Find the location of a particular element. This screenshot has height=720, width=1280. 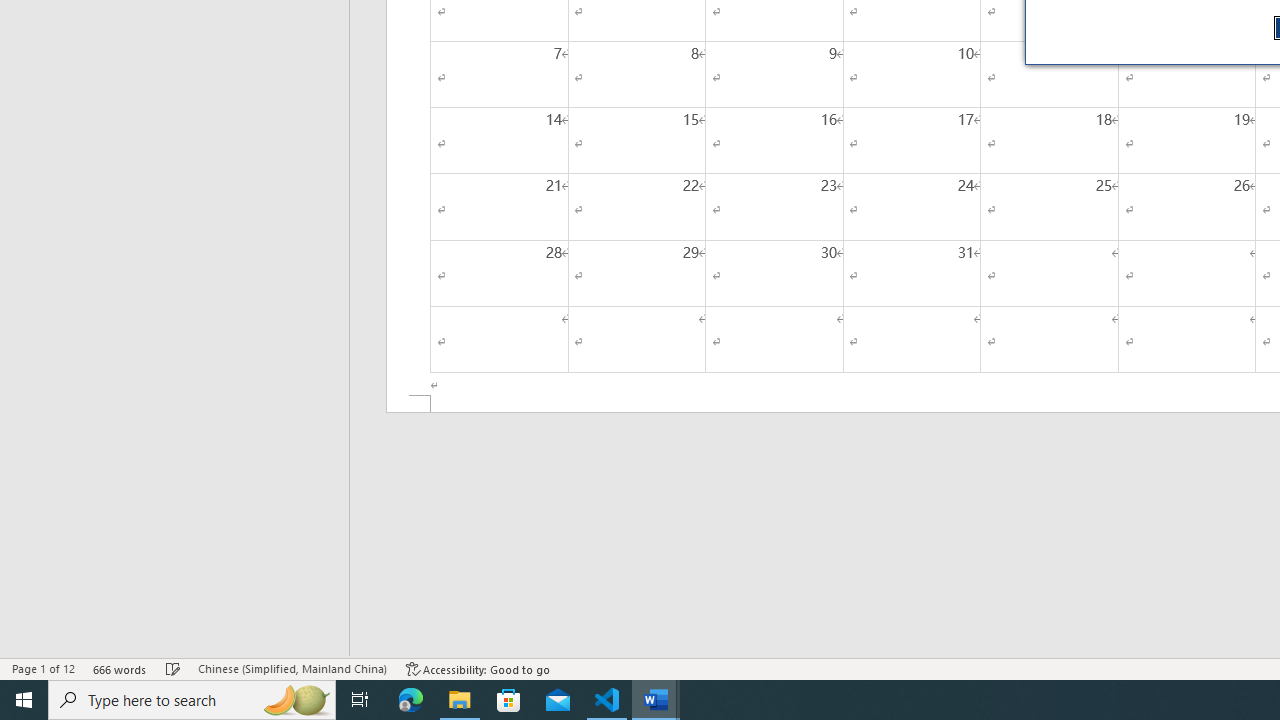

'Word - 2 running windows' is located at coordinates (656, 698).